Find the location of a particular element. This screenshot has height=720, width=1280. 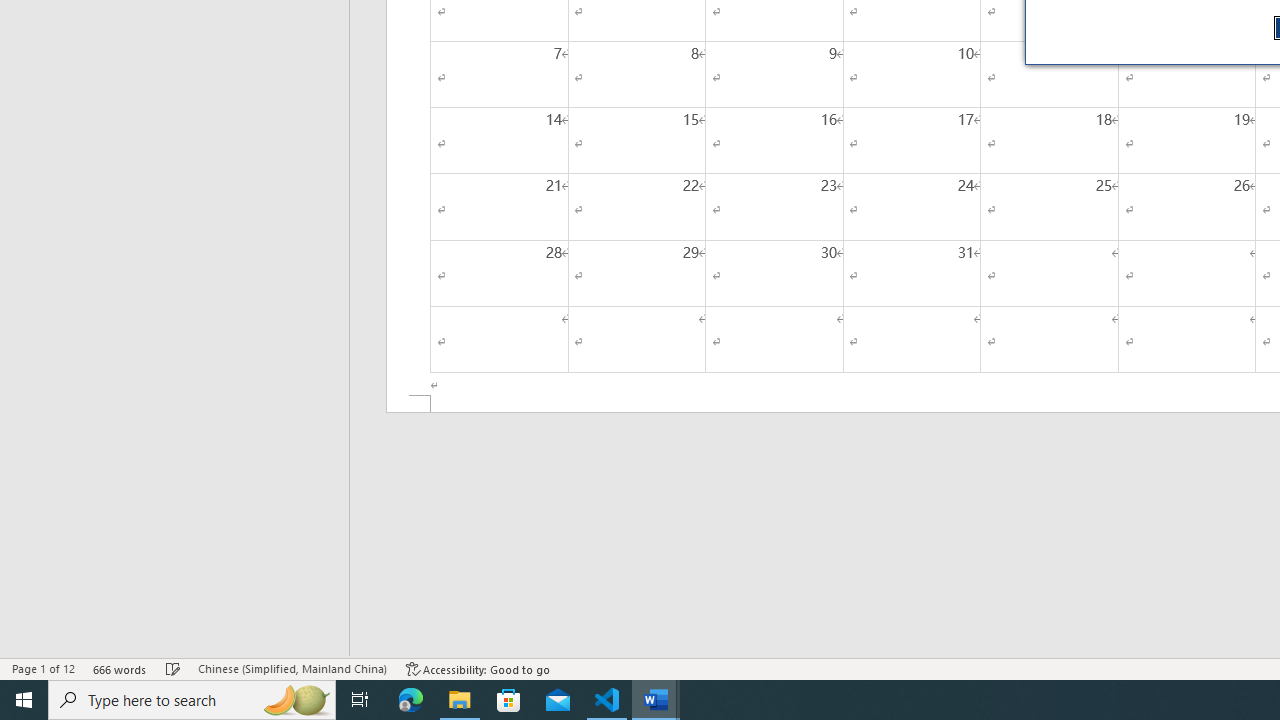

'Word - 2 running windows' is located at coordinates (656, 698).